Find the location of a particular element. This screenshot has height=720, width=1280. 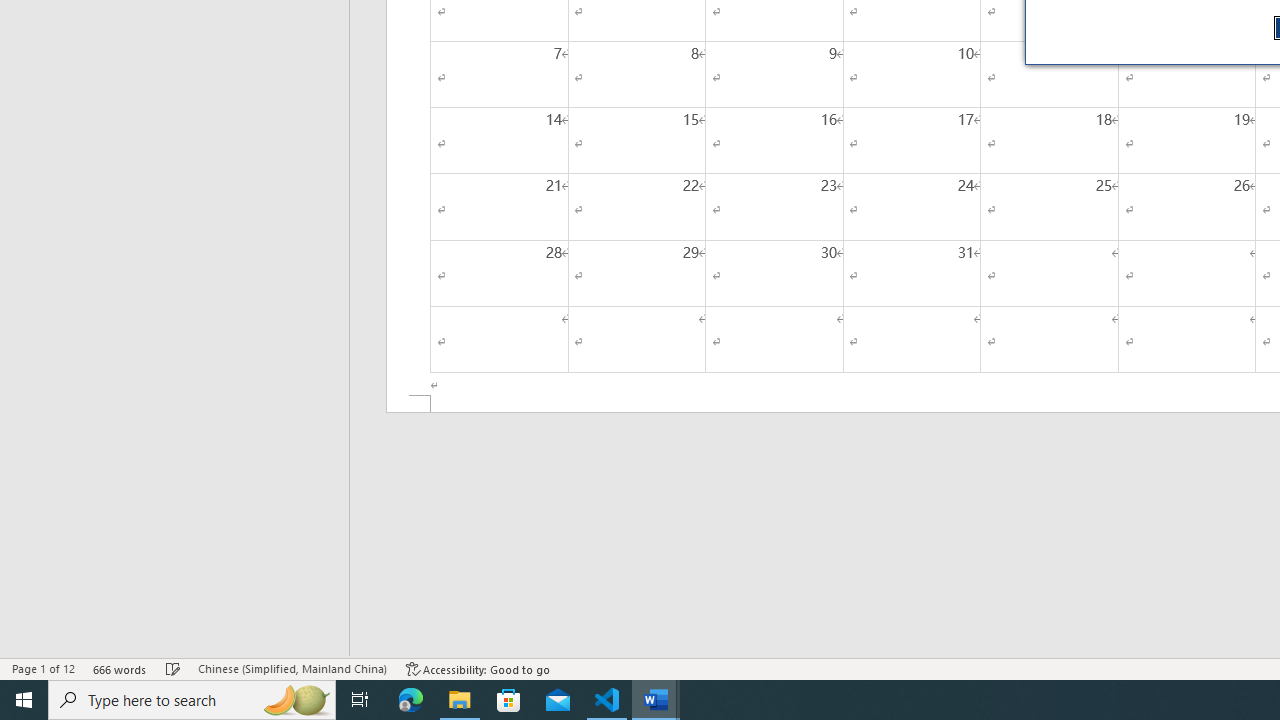

'Word - 2 running windows' is located at coordinates (656, 698).